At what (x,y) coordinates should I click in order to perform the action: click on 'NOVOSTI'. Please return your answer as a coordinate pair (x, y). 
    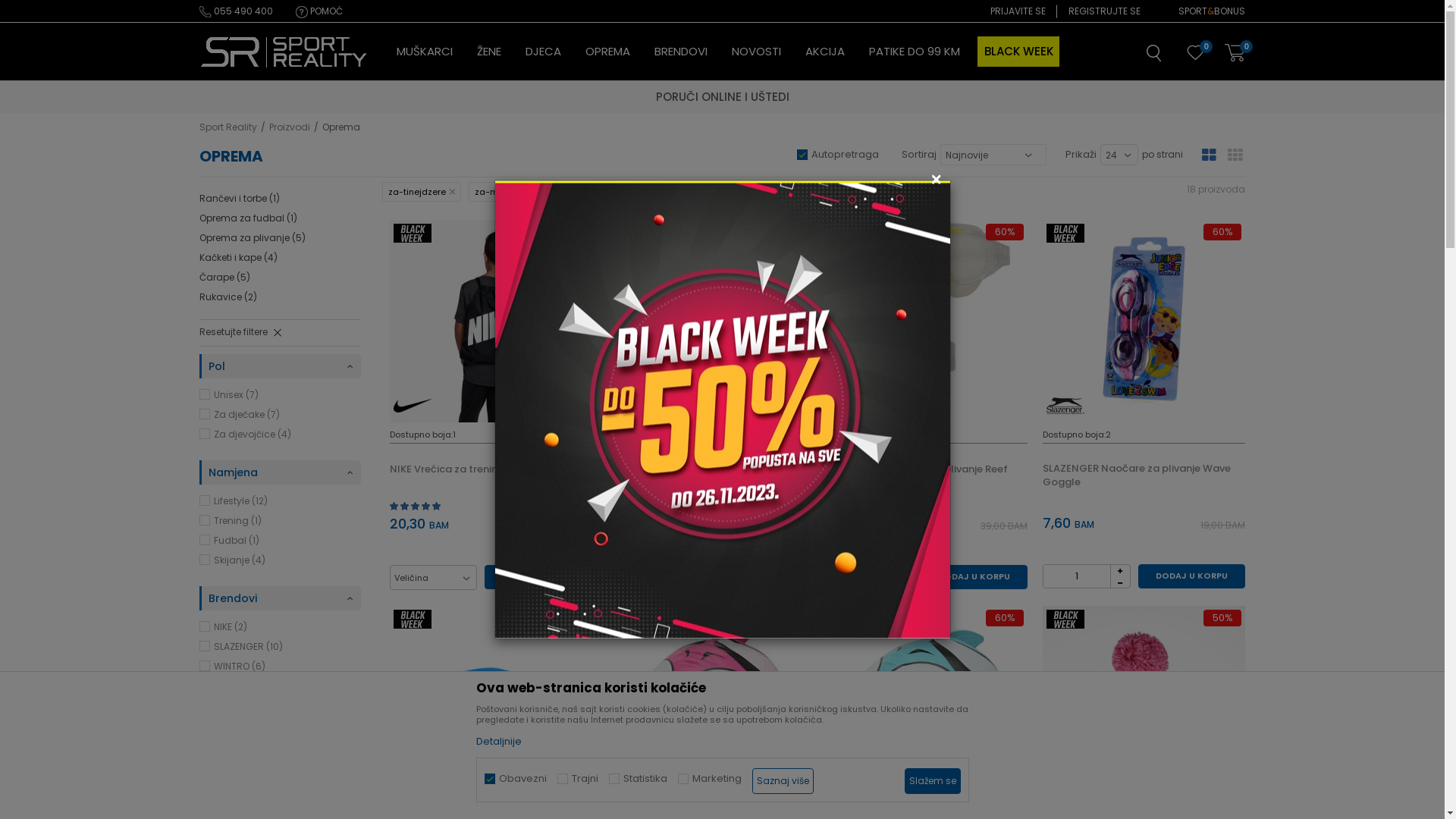
    Looking at the image, I should click on (755, 51).